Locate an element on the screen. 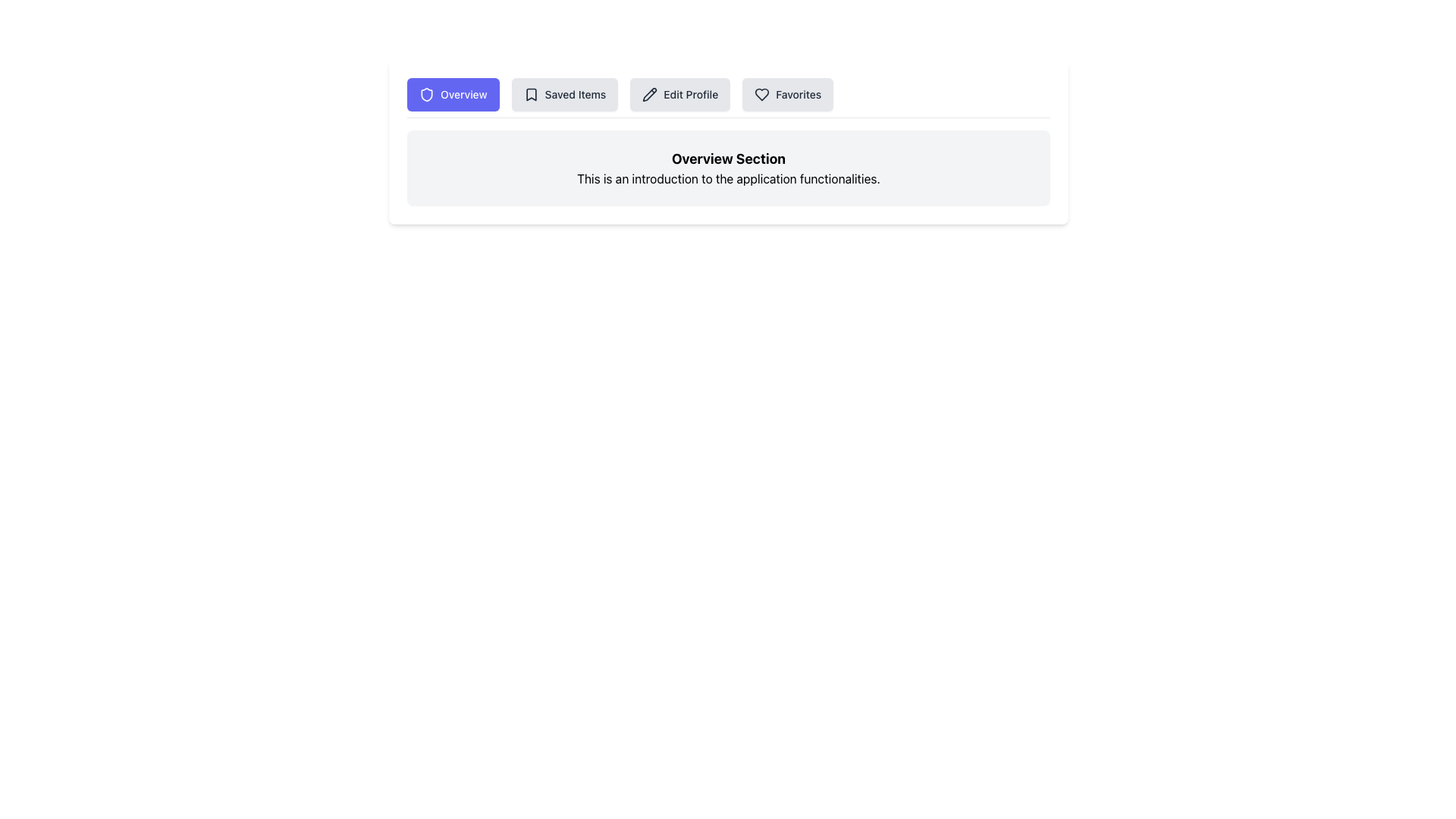 The height and width of the screenshot is (819, 1456). the 'Edit Profile' button, which is the third button from the left in a horizontal group of buttons at the top of the interface, styled with a light gray background and a pencil icon is located at coordinates (679, 94).